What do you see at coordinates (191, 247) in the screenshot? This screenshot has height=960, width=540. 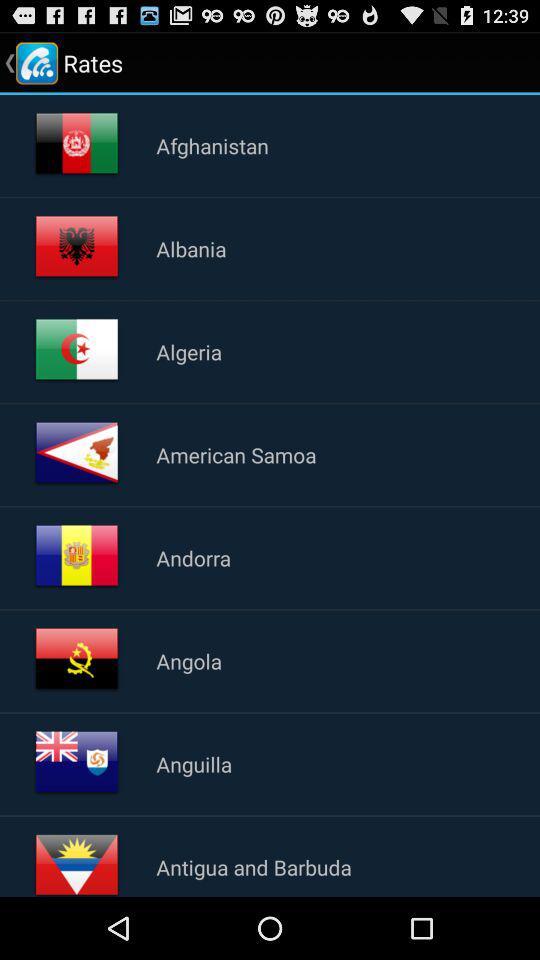 I see `the albania` at bounding box center [191, 247].